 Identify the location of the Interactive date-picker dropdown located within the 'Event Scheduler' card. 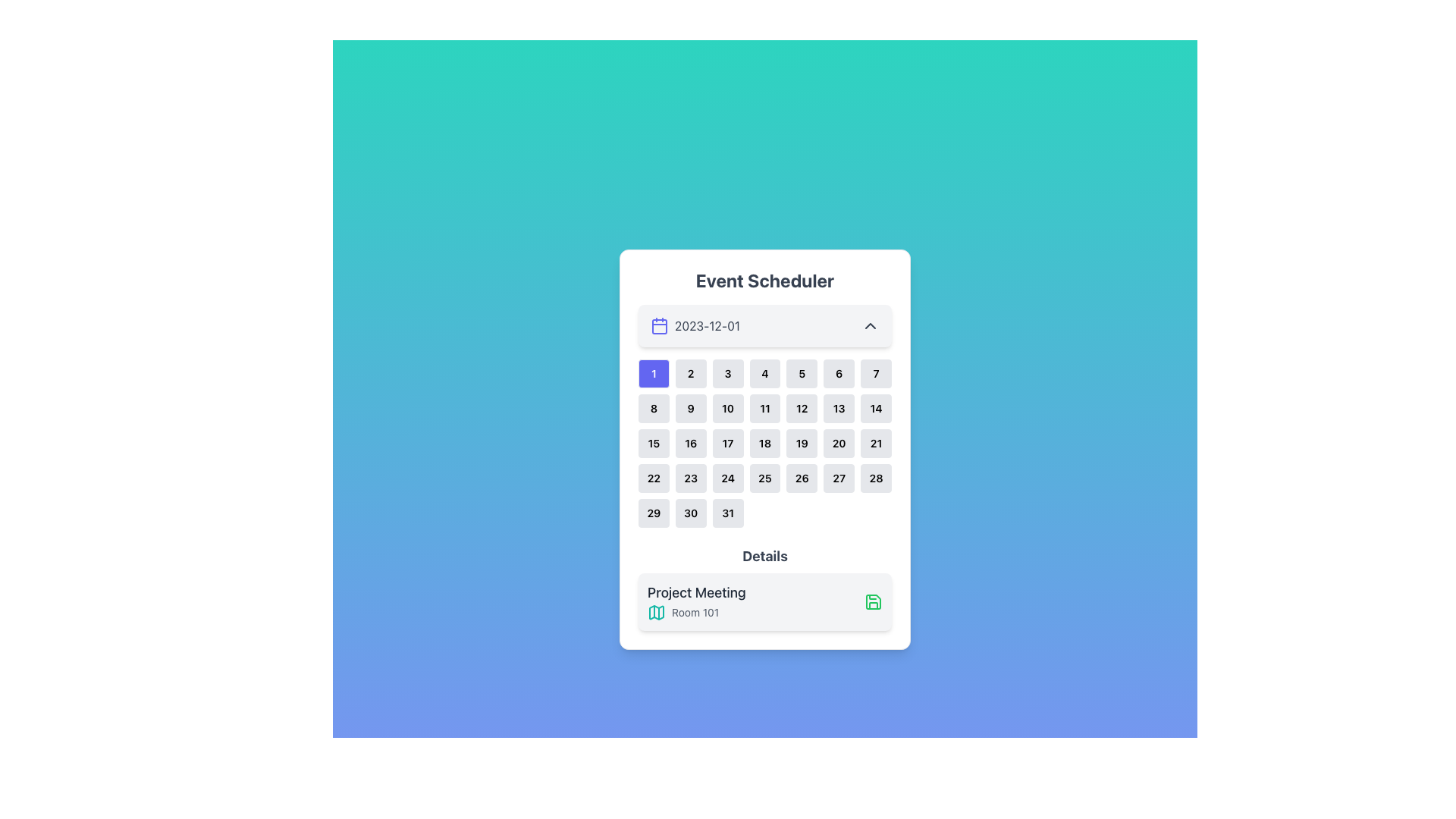
(764, 325).